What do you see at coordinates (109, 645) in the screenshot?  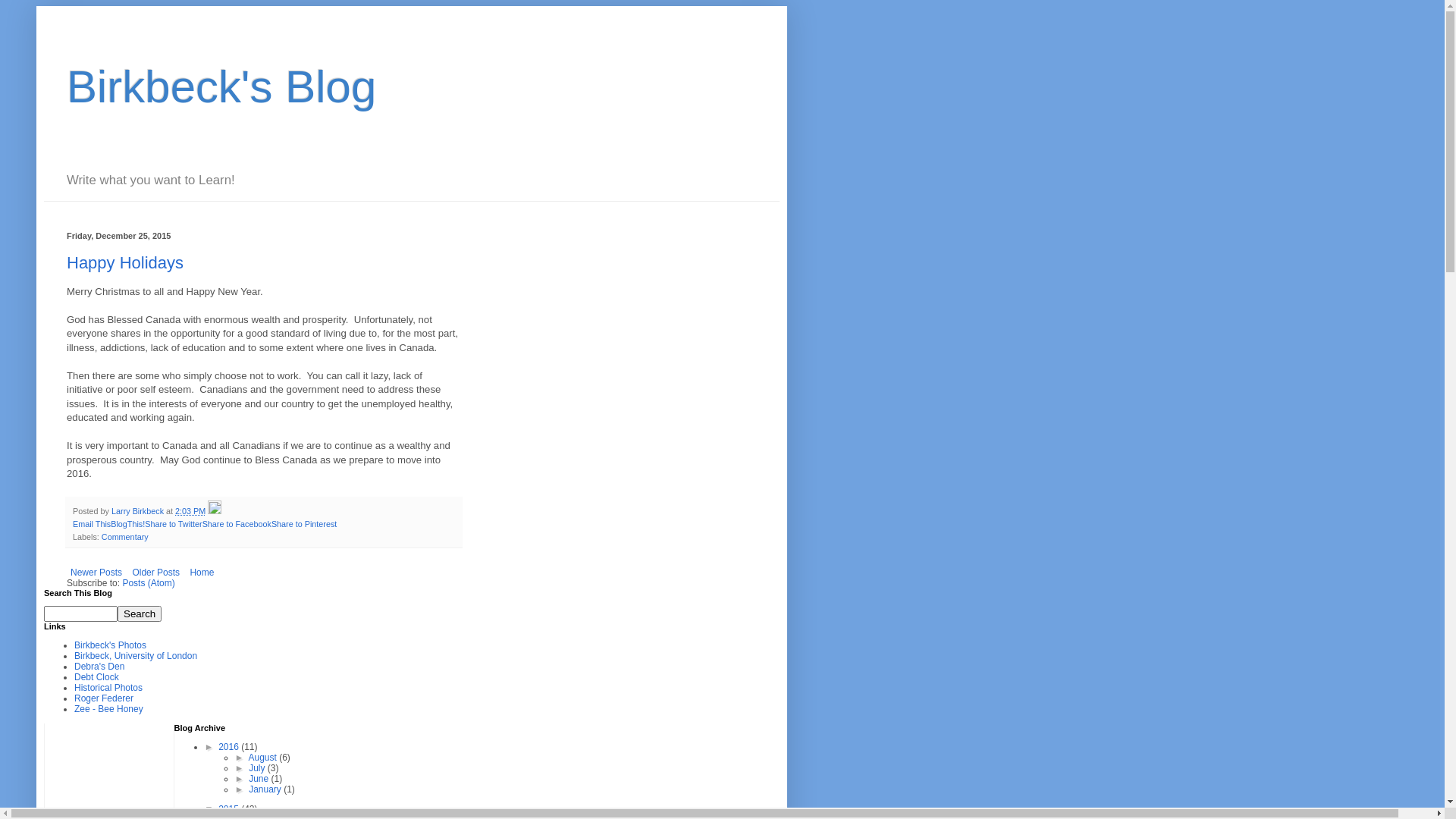 I see `'Birkbeck's Photos'` at bounding box center [109, 645].